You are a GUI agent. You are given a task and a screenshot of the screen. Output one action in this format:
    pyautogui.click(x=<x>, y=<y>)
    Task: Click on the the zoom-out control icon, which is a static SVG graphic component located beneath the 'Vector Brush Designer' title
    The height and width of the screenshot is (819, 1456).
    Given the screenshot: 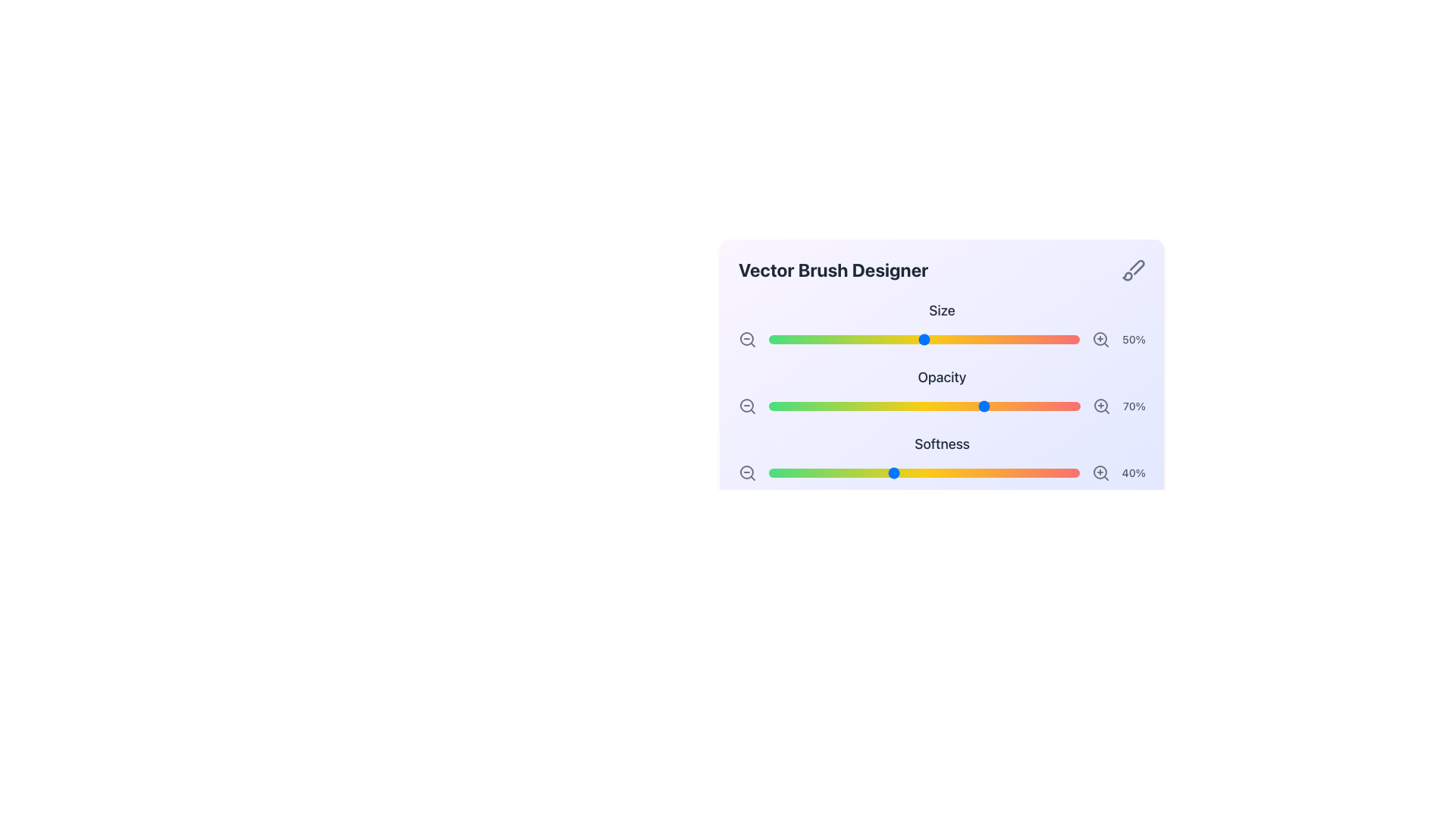 What is the action you would take?
    pyautogui.click(x=746, y=405)
    